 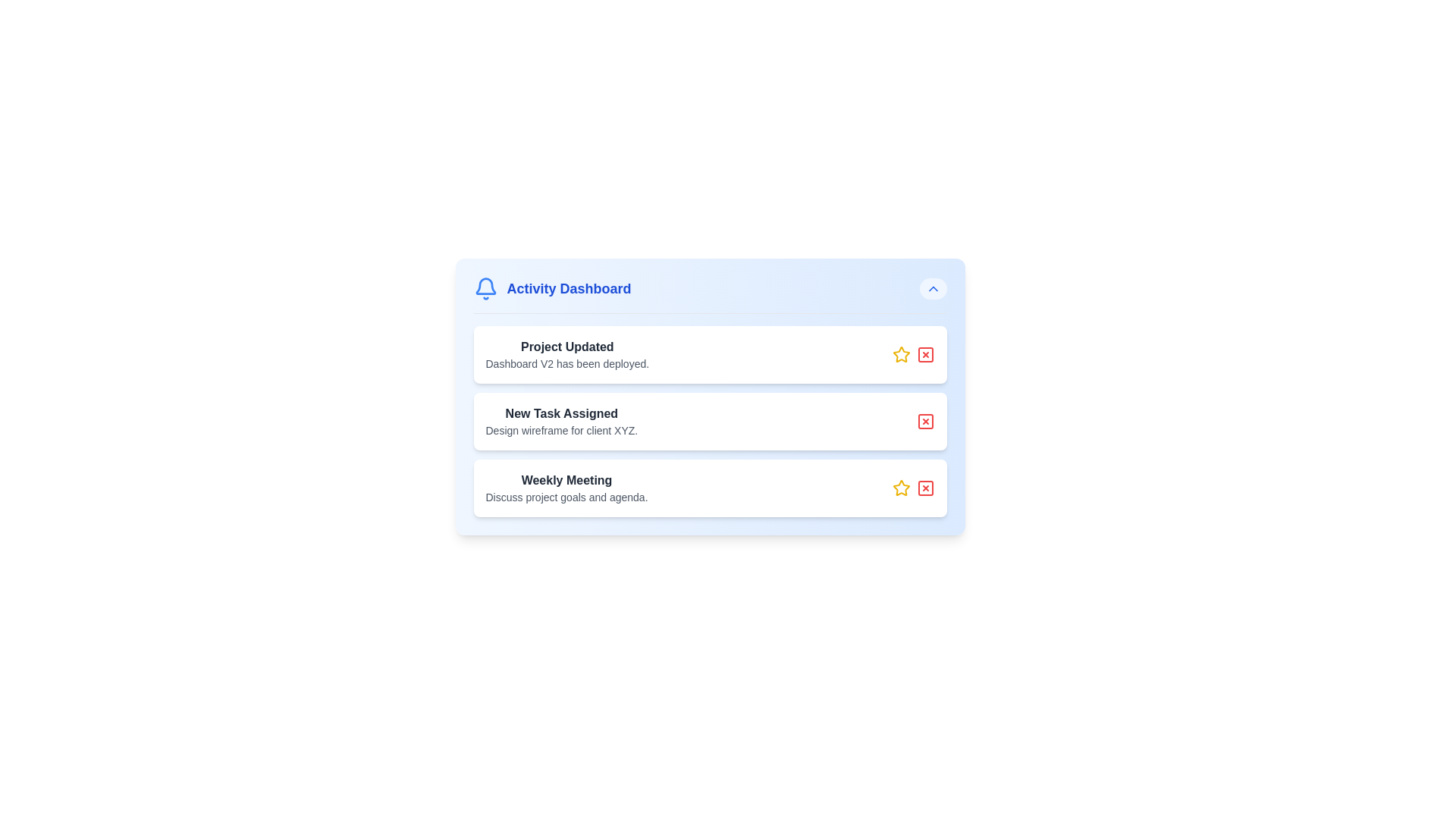 What do you see at coordinates (912, 488) in the screenshot?
I see `the yellow star icon or red 'X' icon in the Interactive action component located in the third row of the 'Weekly Meeting' action items under the 'Activity Dashboard' section` at bounding box center [912, 488].